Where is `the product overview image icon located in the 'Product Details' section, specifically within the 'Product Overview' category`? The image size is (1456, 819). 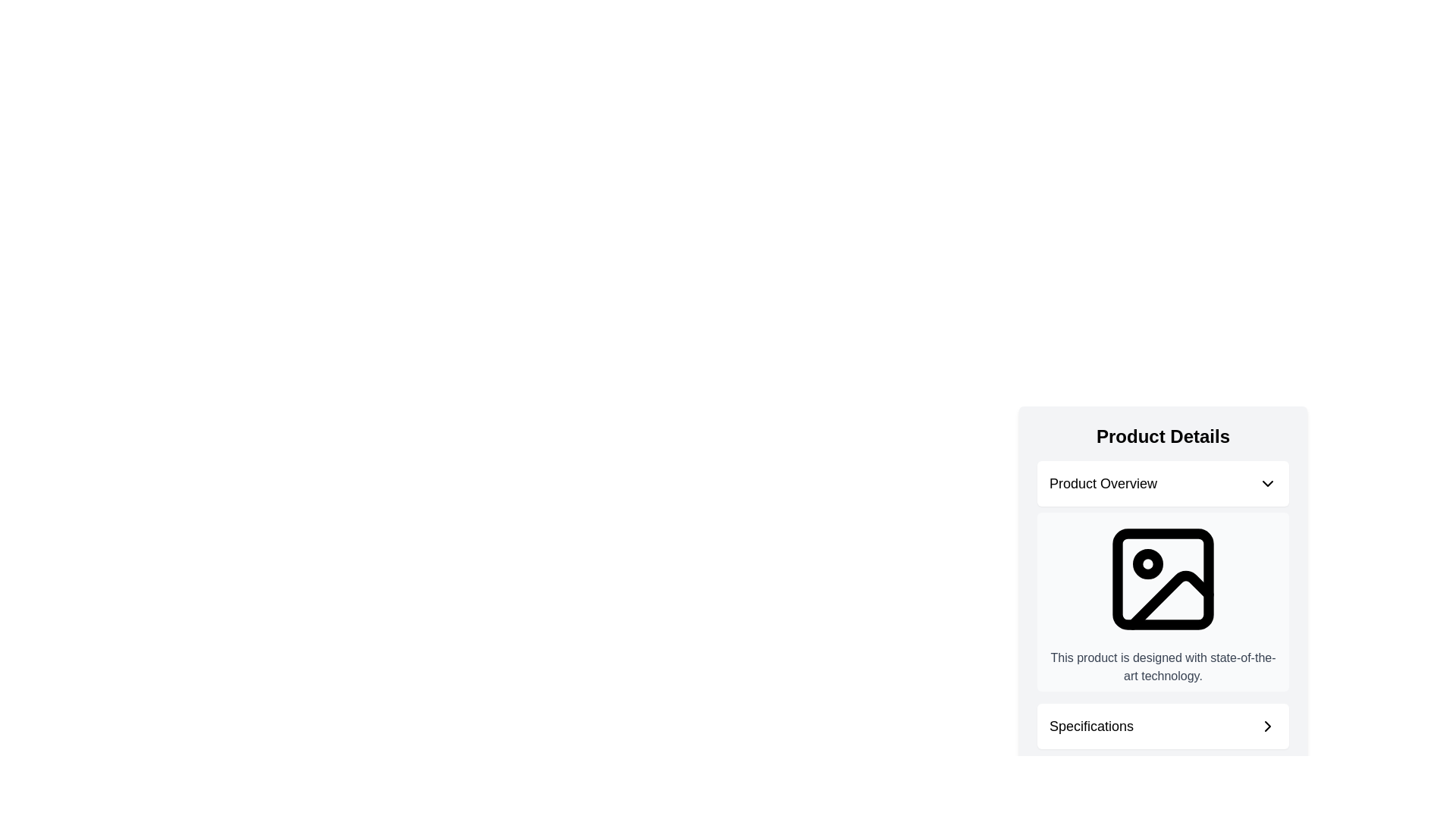 the product overview image icon located in the 'Product Details' section, specifically within the 'Product Overview' category is located at coordinates (1163, 579).